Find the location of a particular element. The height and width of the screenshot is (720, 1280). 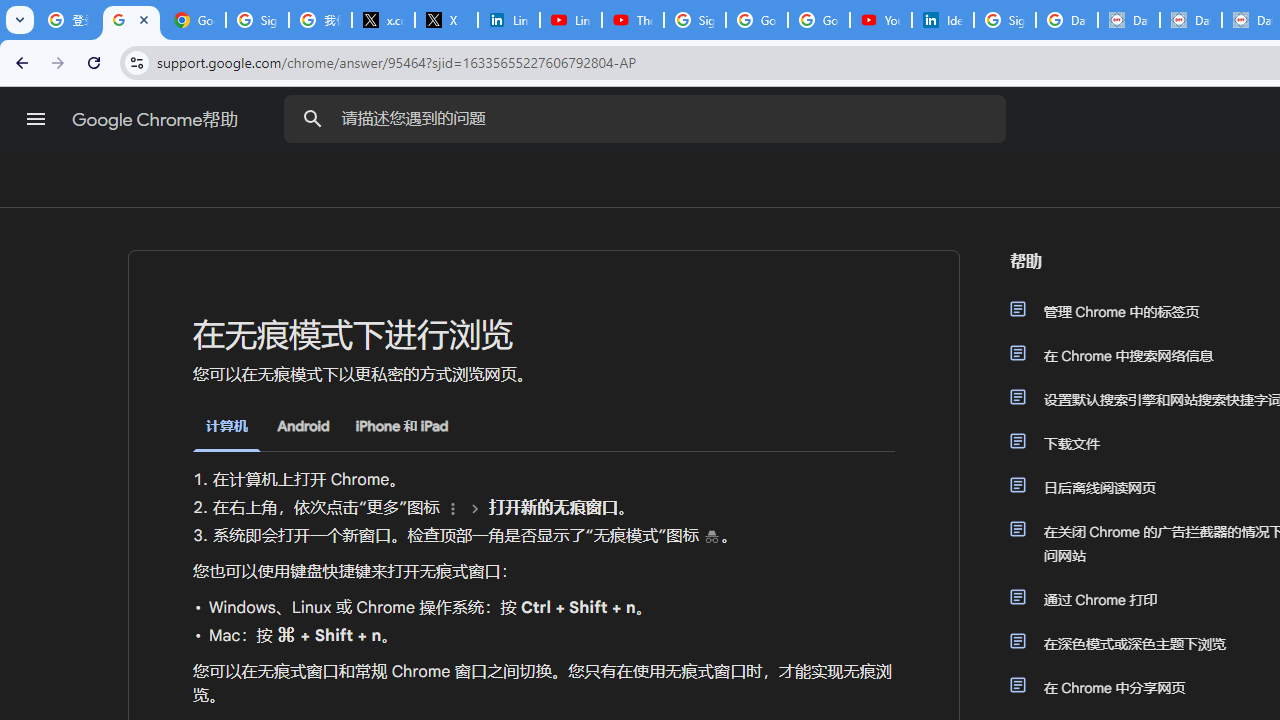

'LinkedIn Privacy Policy' is located at coordinates (508, 20).